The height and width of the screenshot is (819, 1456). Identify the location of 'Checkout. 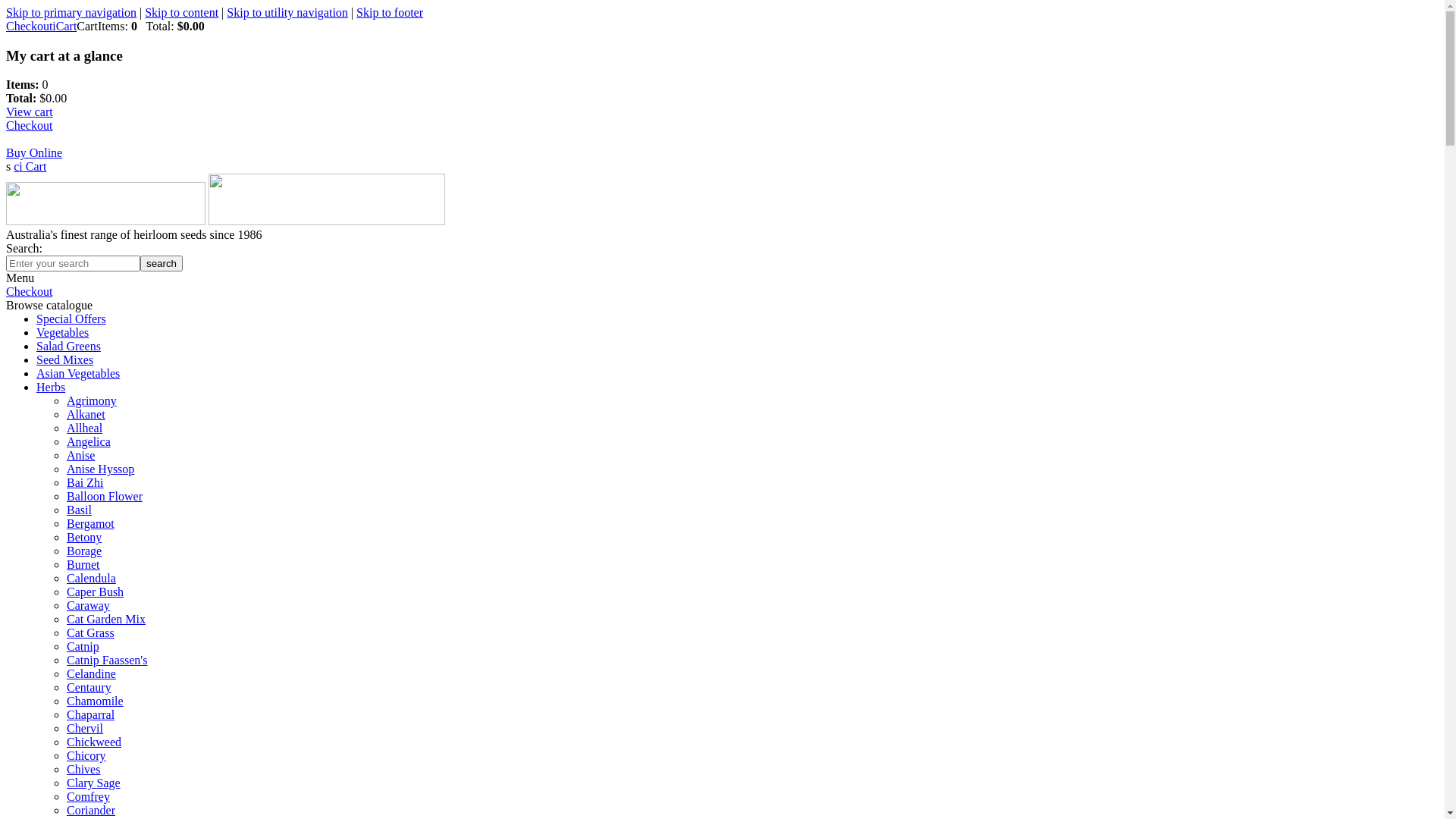
(33, 139).